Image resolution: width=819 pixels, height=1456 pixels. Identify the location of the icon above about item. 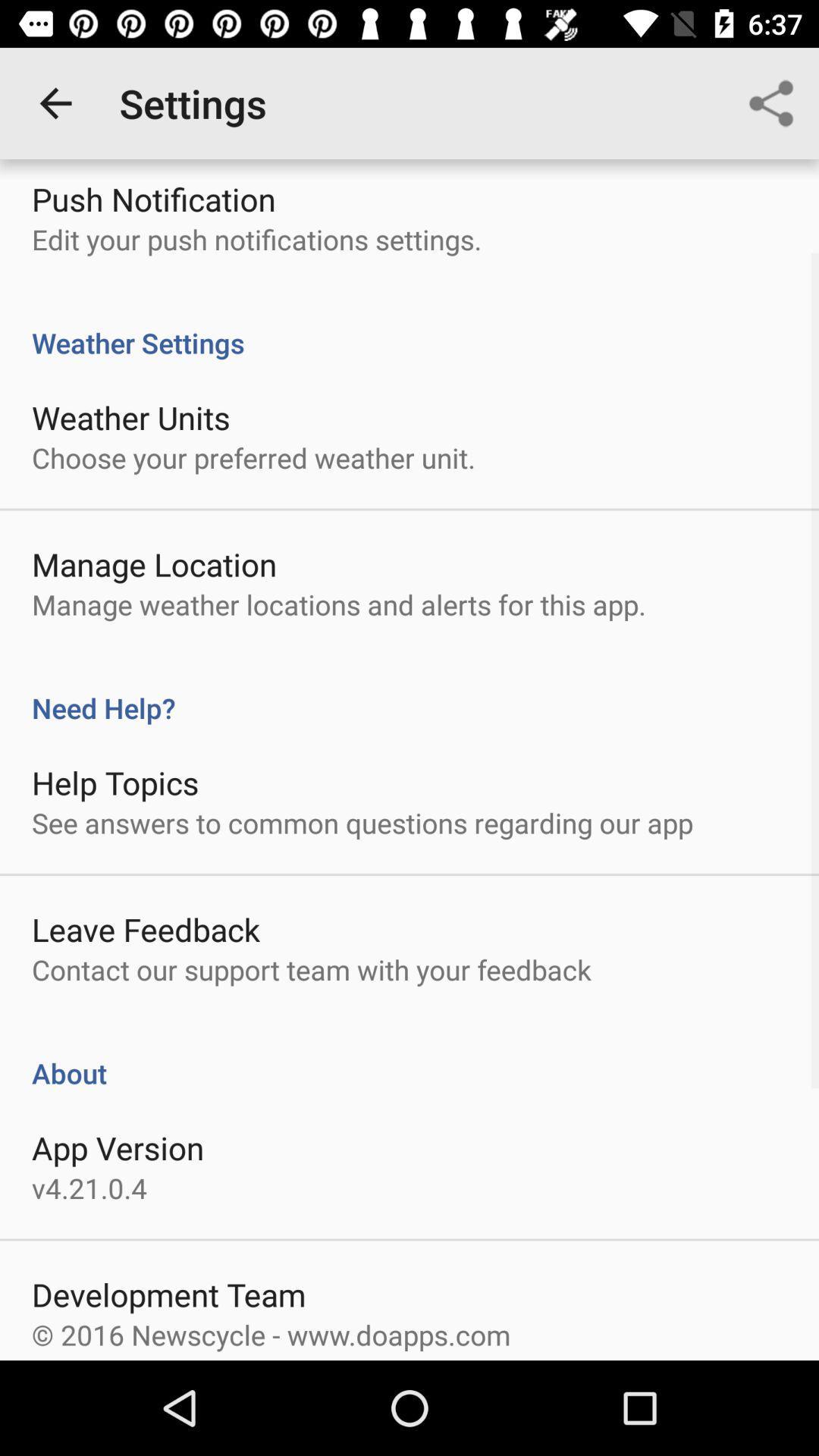
(311, 968).